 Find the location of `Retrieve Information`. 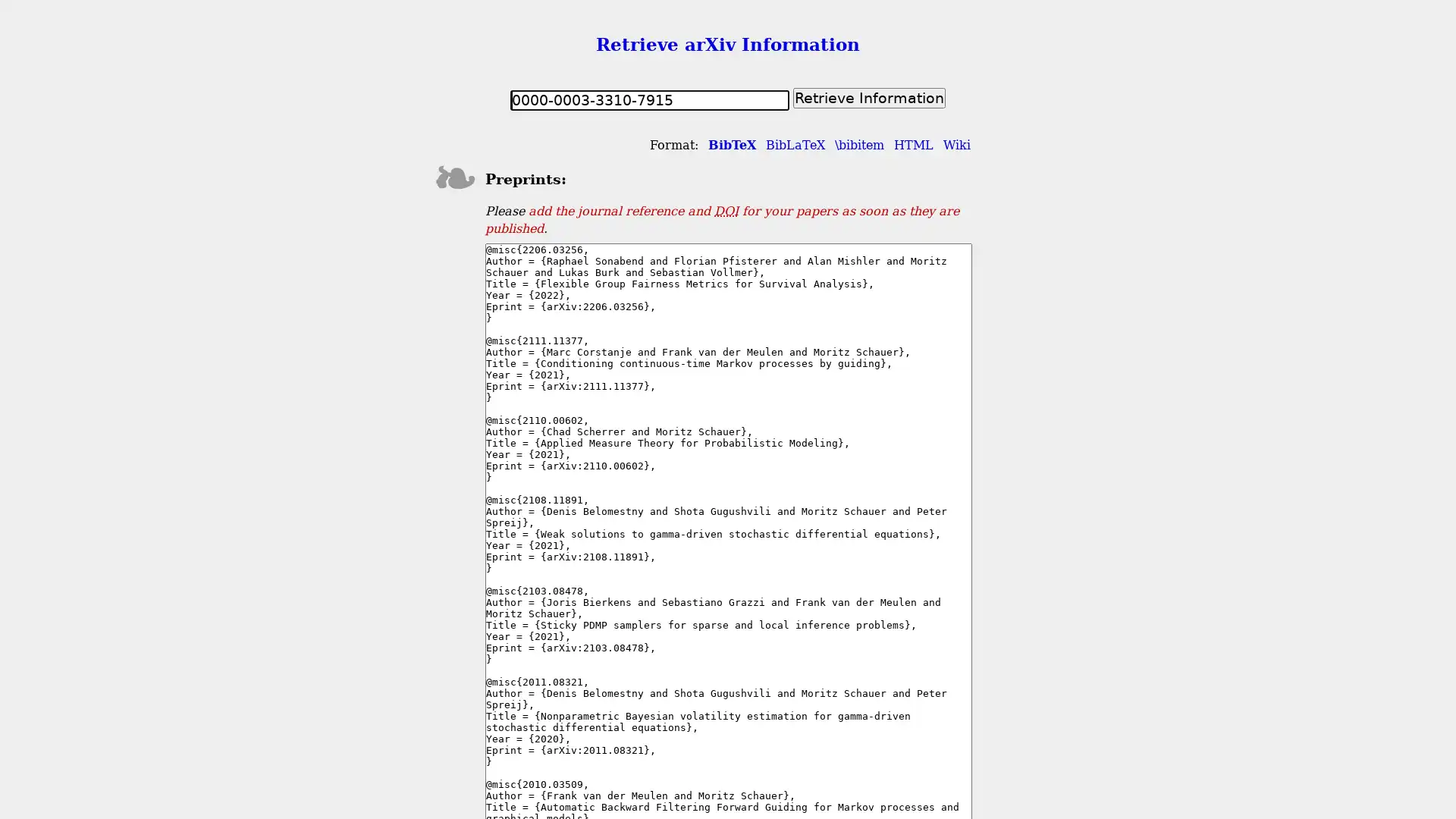

Retrieve Information is located at coordinates (869, 97).